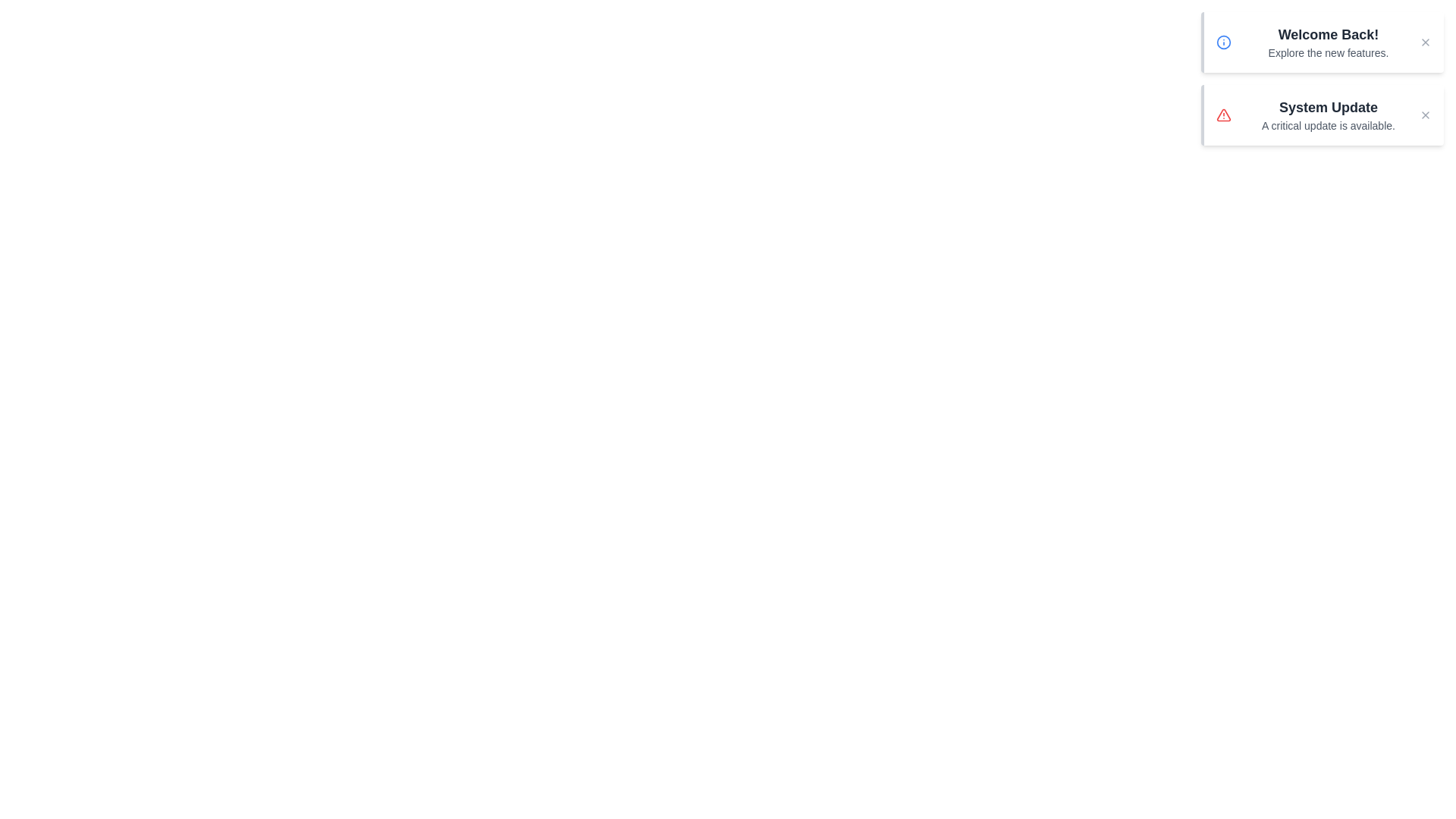 Image resolution: width=1456 pixels, height=819 pixels. I want to click on the notification with title System Update, so click(1321, 114).